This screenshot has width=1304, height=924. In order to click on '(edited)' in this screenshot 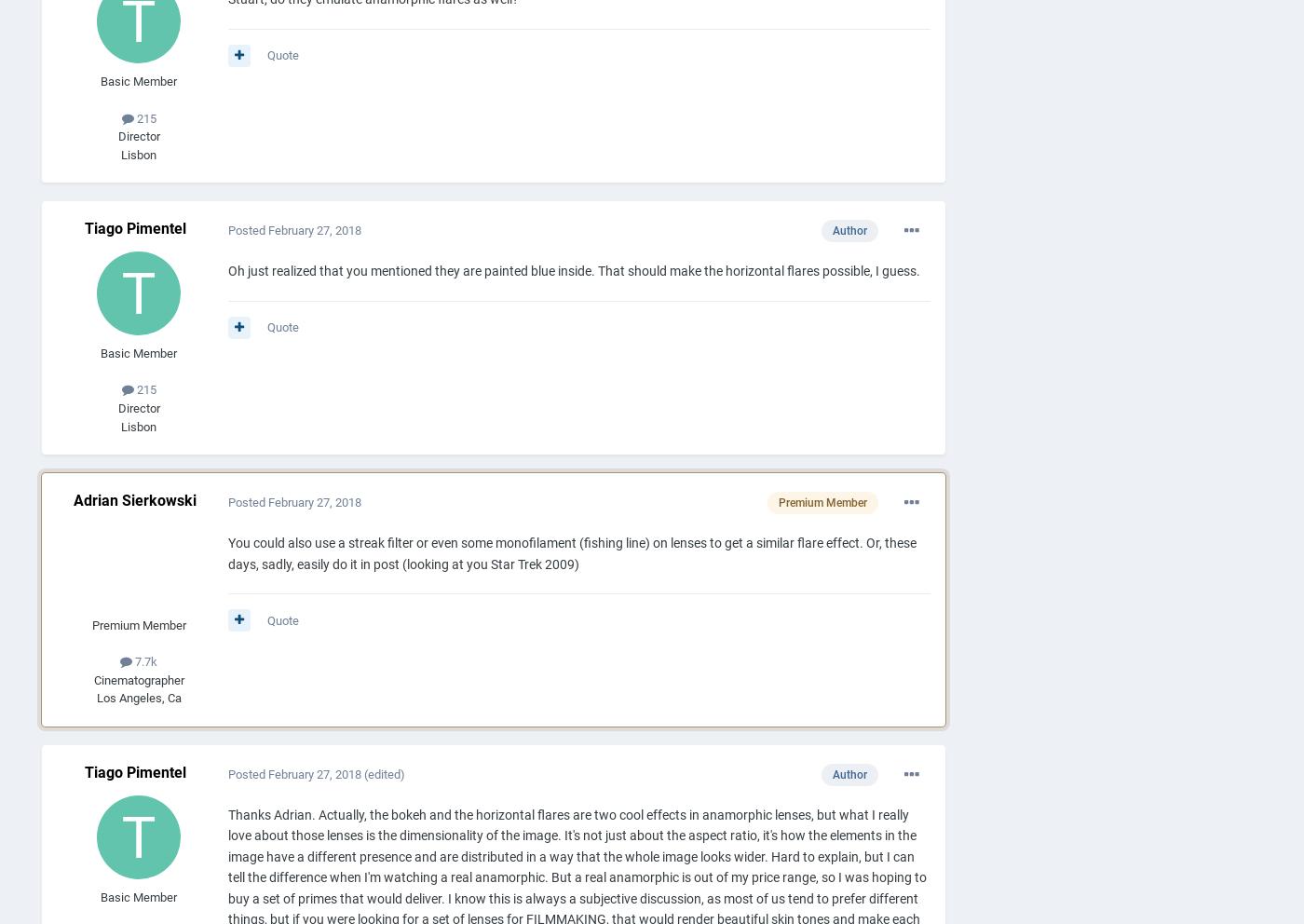, I will do `click(385, 773)`.